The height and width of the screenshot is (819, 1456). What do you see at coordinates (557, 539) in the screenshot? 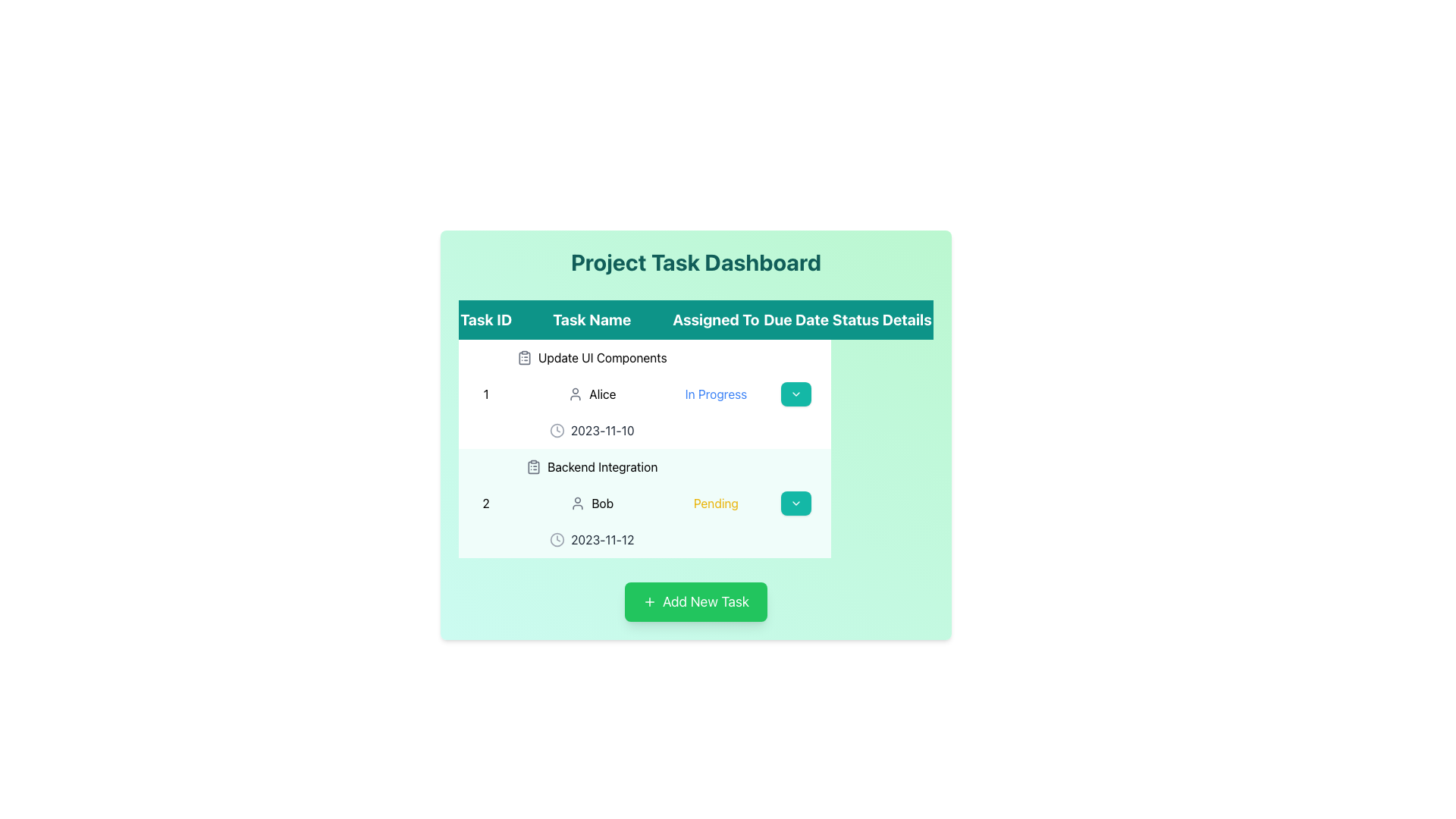
I see `the SVG Circle component representing the outer circle of the clock icon next to the due date '2023-11-12' for the task 'Backend Integration' in the task dashboard` at bounding box center [557, 539].